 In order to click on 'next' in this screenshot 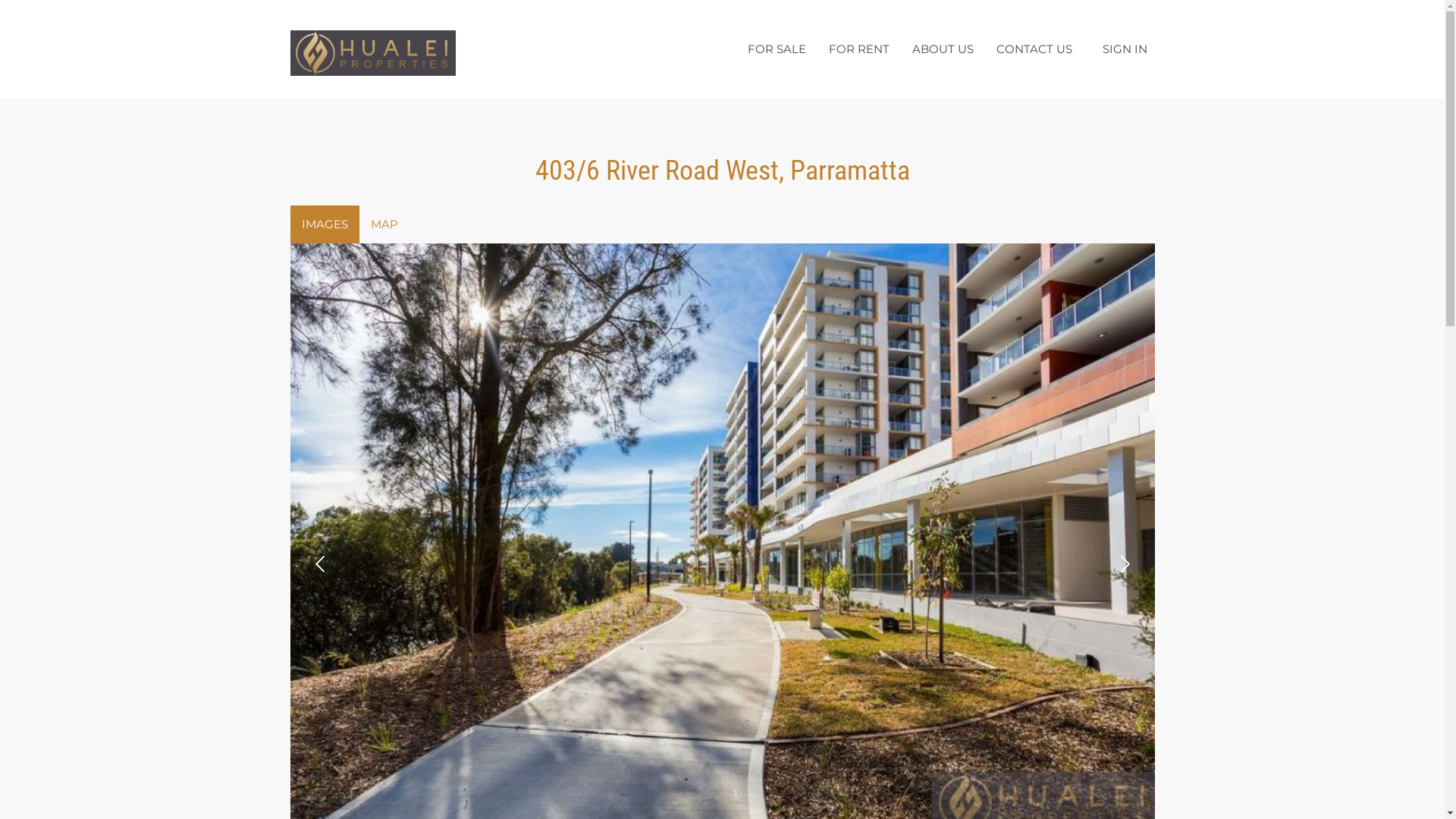, I will do `click(1106, 564)`.